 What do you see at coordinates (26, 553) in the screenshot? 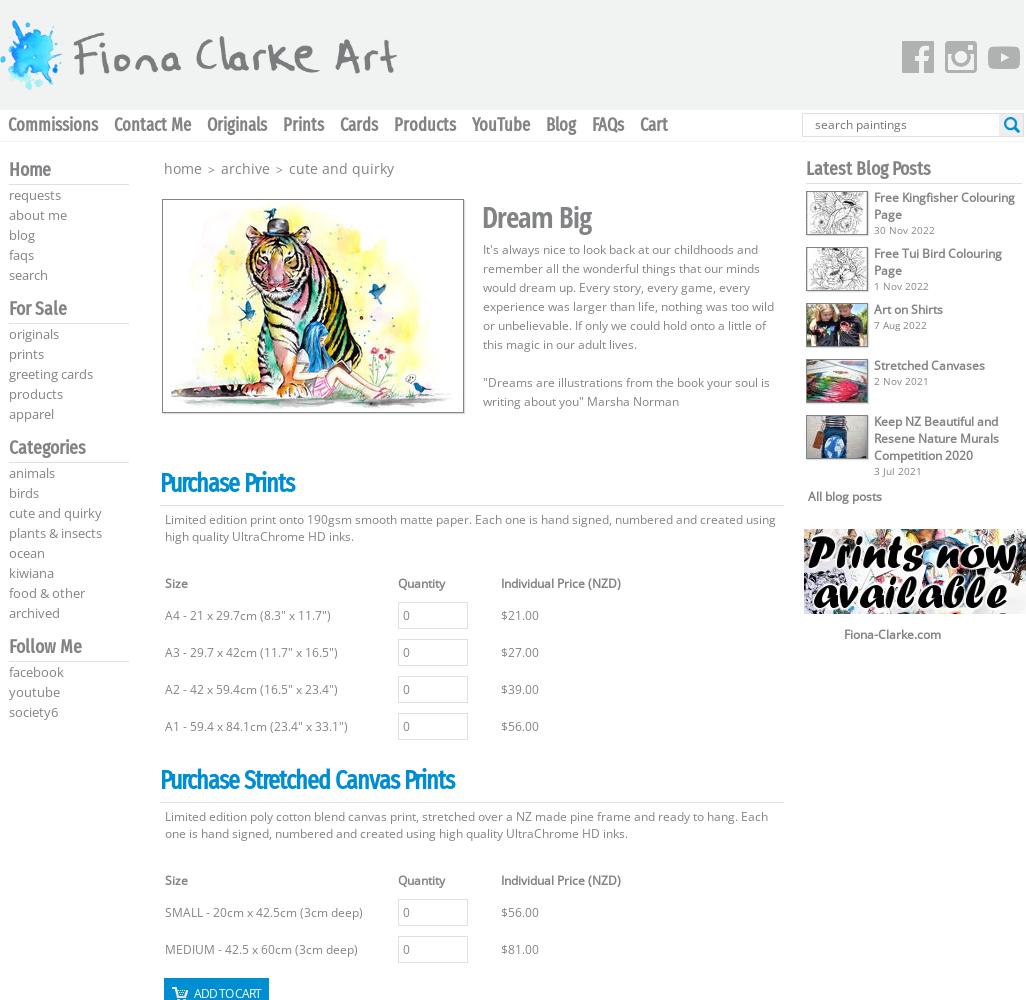
I see `'ocean'` at bounding box center [26, 553].